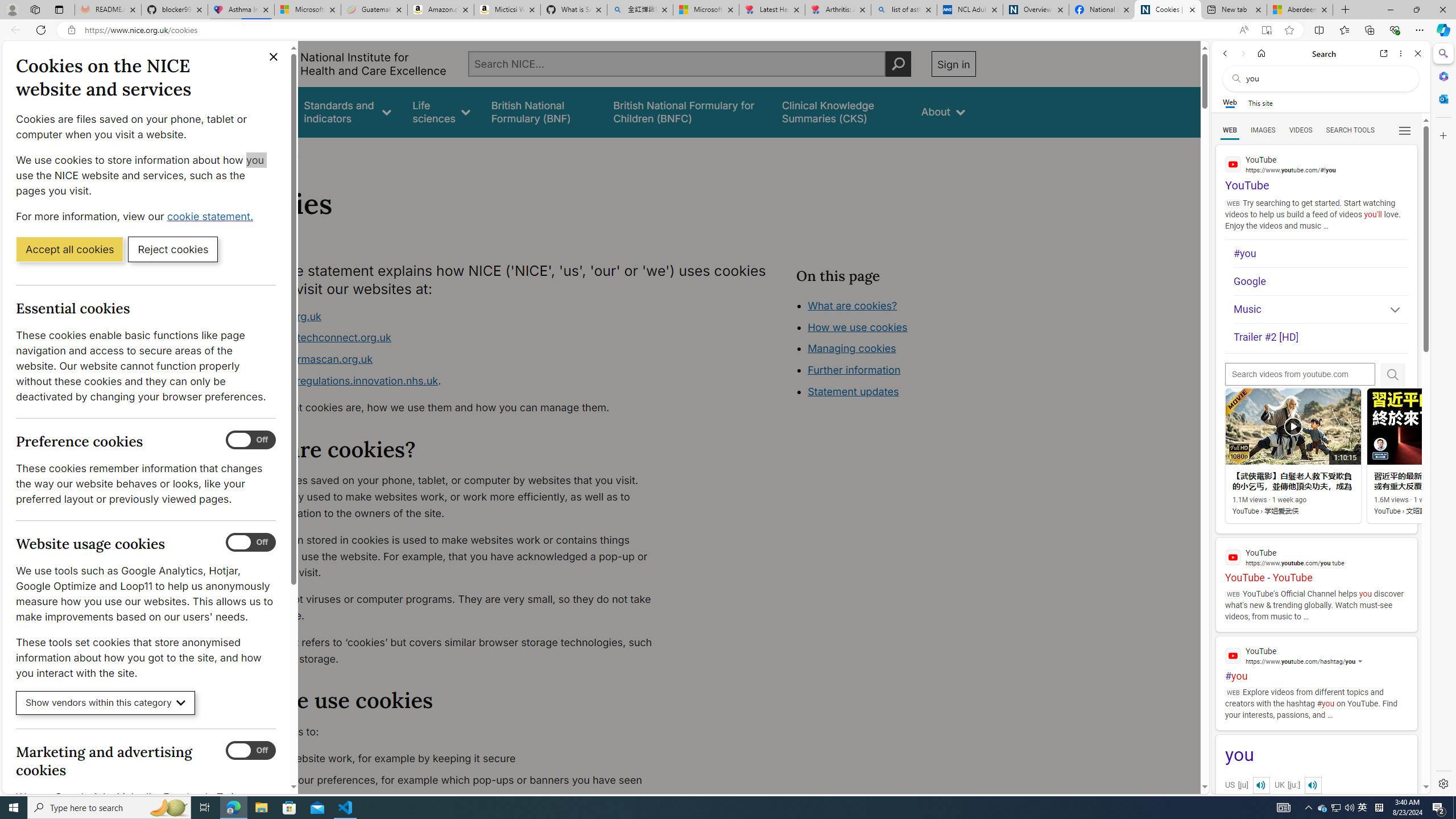 The image size is (1456, 819). Describe the element at coordinates (1401, 53) in the screenshot. I see `'More options'` at that location.